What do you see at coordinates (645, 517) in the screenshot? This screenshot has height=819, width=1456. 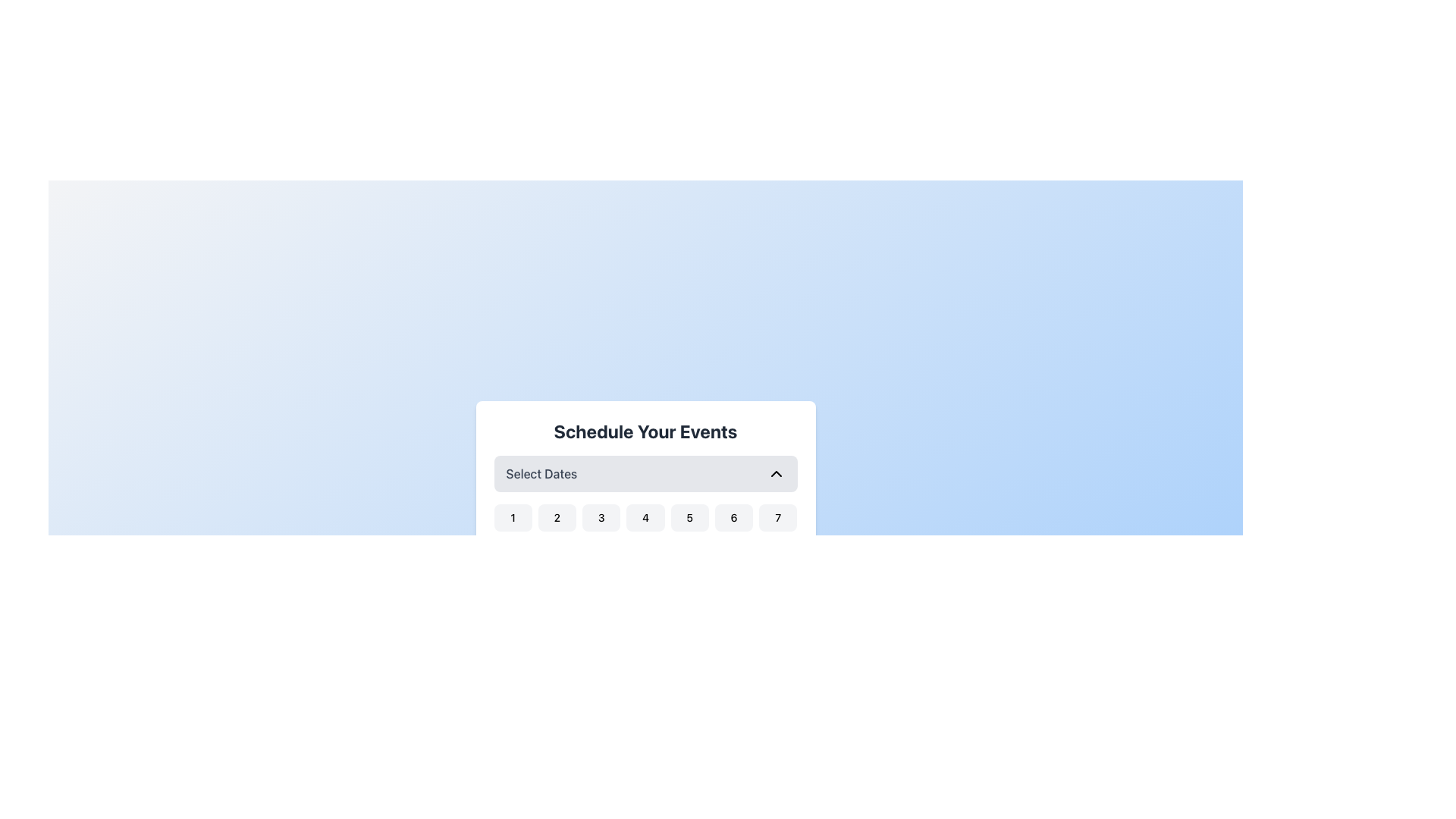 I see `the fourth numeric button in a grid of numbers used for selecting a specific date or count-related option` at bounding box center [645, 517].